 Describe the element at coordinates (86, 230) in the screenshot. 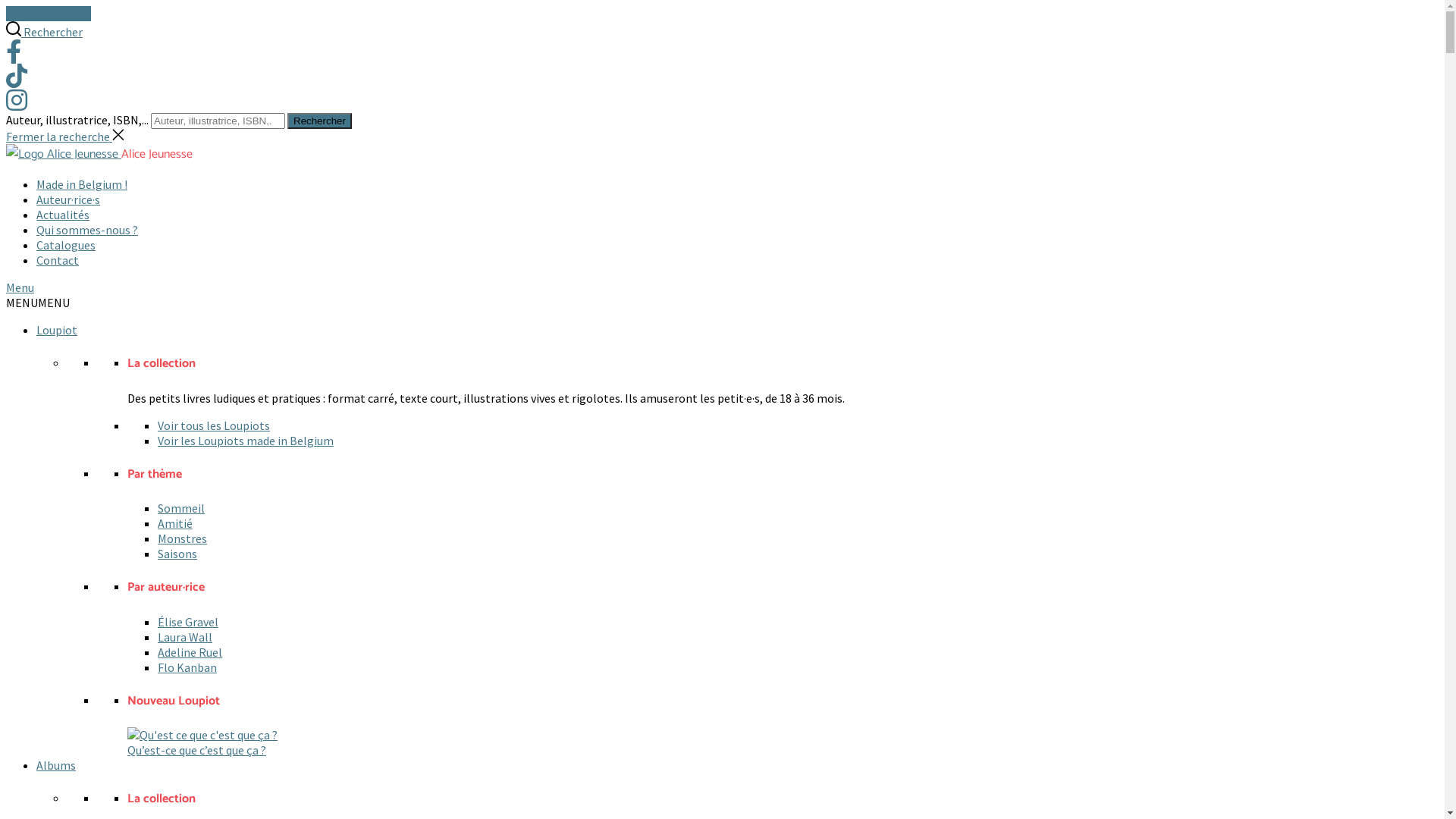

I see `'Qui sommes-nous ?'` at that location.